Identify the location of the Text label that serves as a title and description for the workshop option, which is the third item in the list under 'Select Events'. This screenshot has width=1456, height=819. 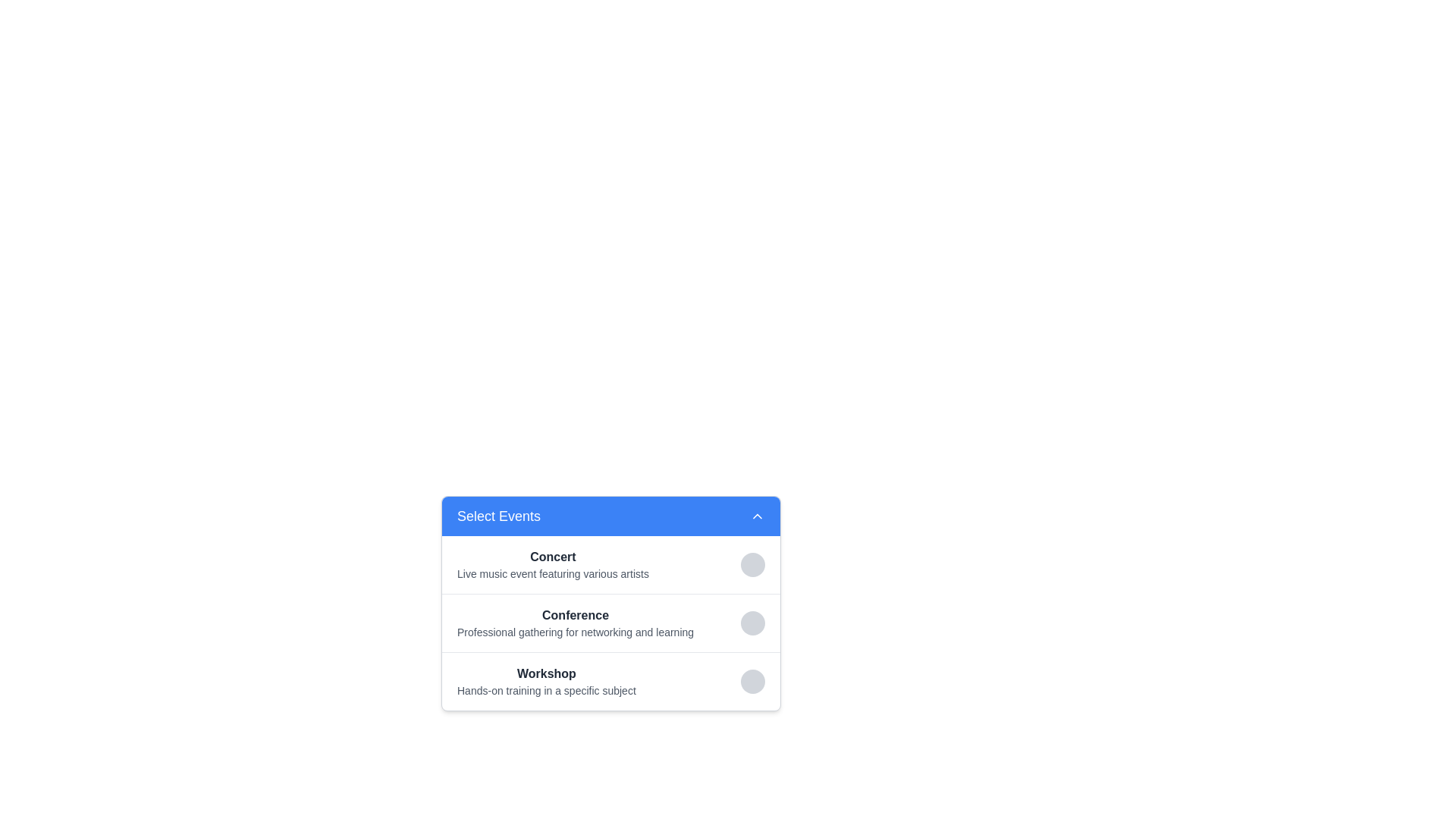
(546, 680).